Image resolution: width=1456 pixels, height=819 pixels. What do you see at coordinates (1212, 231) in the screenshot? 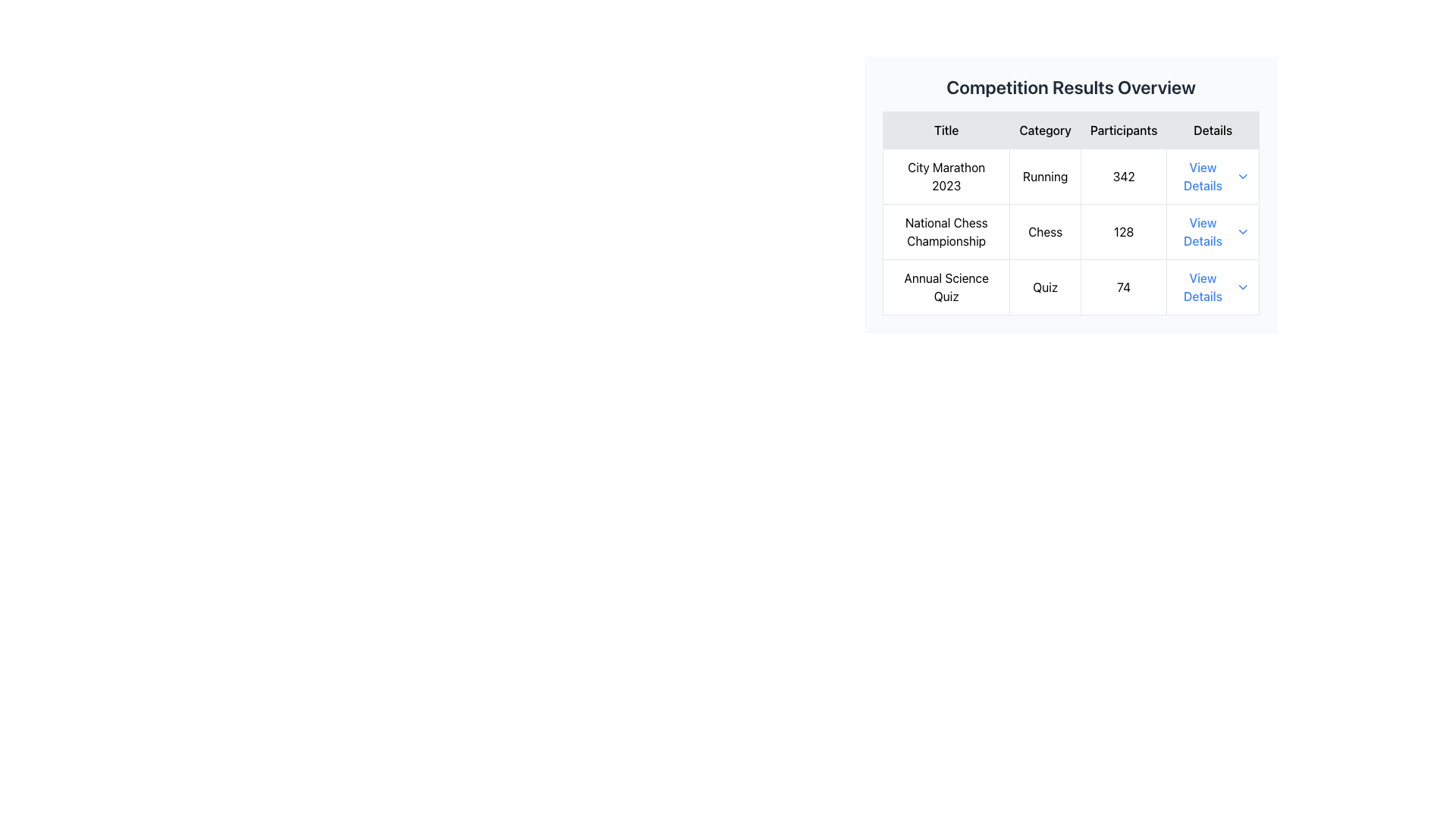
I see `the 'View Details' button in the fourth column of the table for the event 'National Chess Championship'` at bounding box center [1212, 231].